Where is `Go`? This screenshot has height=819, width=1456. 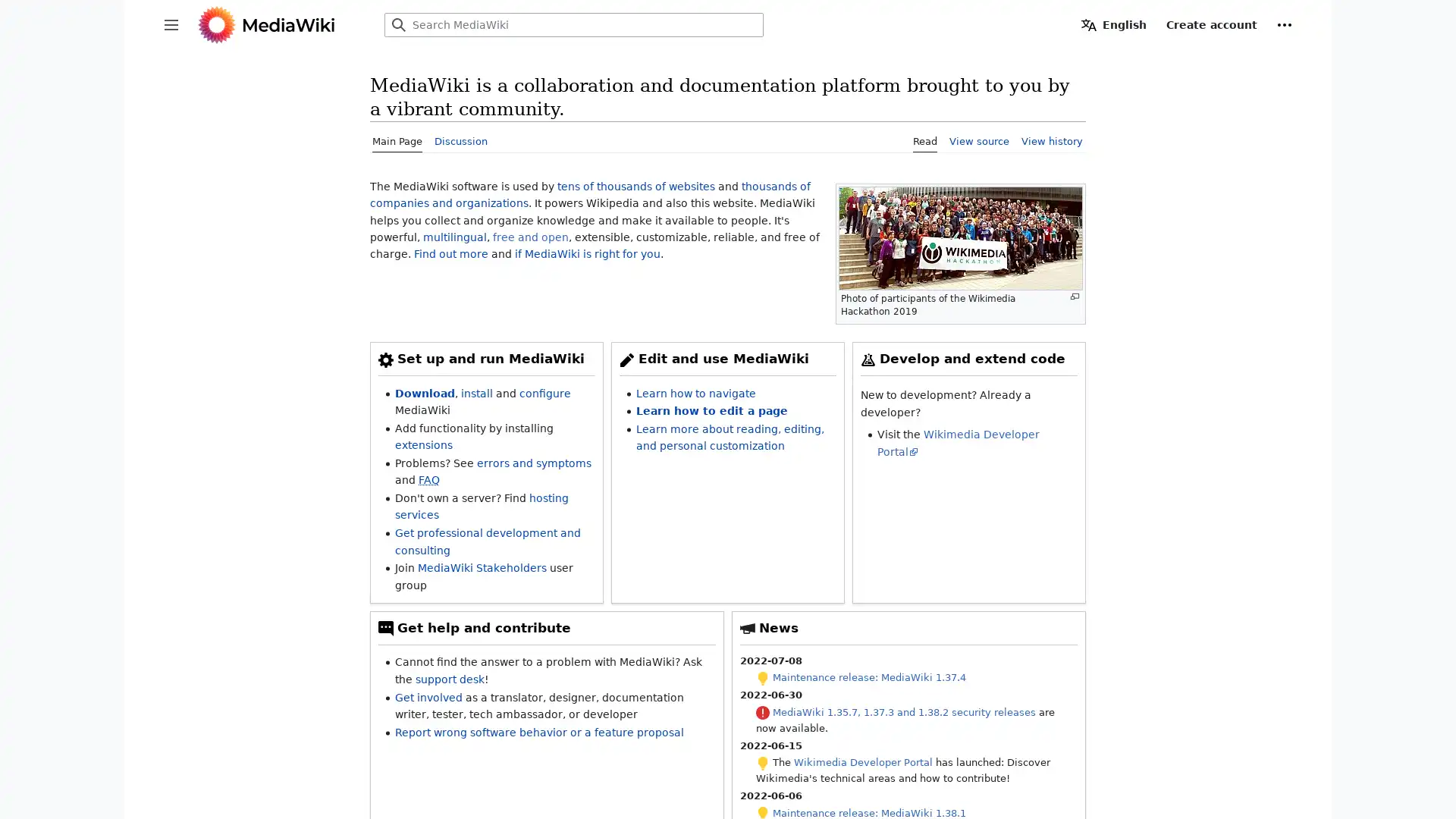
Go is located at coordinates (399, 25).